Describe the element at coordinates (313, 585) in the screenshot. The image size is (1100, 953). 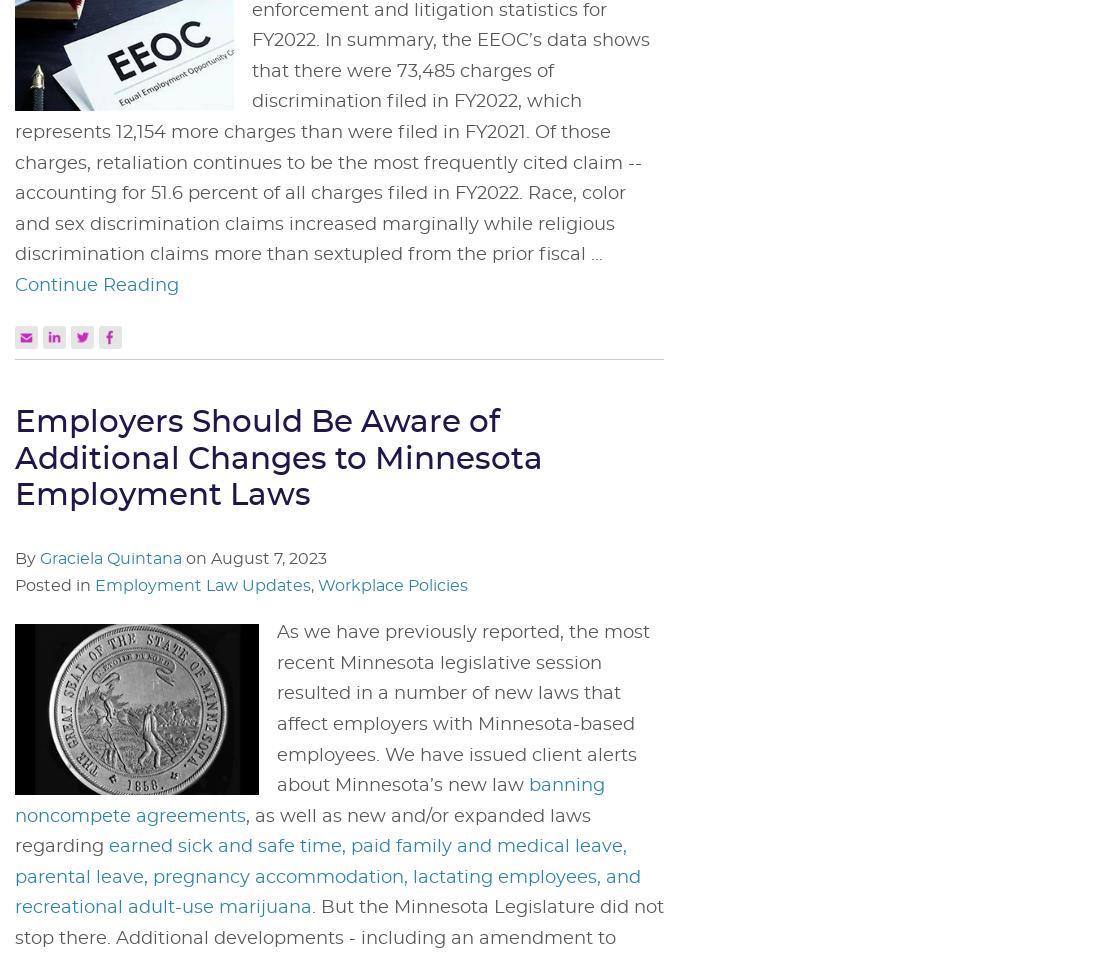
I see `','` at that location.